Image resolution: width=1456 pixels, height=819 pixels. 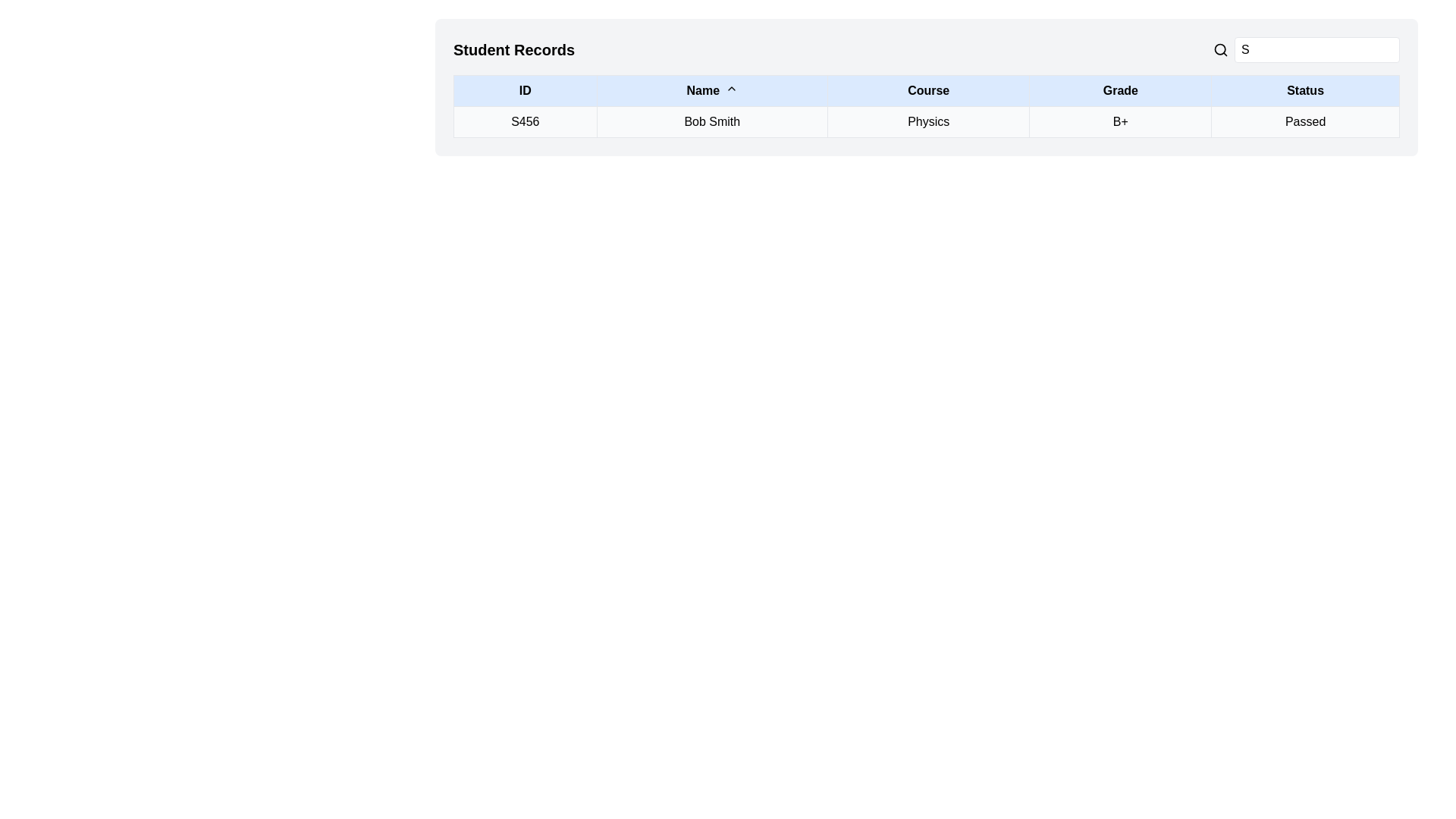 I want to click on the sortable table header for the 'Name' column to sort the entries by name, so click(x=711, y=90).